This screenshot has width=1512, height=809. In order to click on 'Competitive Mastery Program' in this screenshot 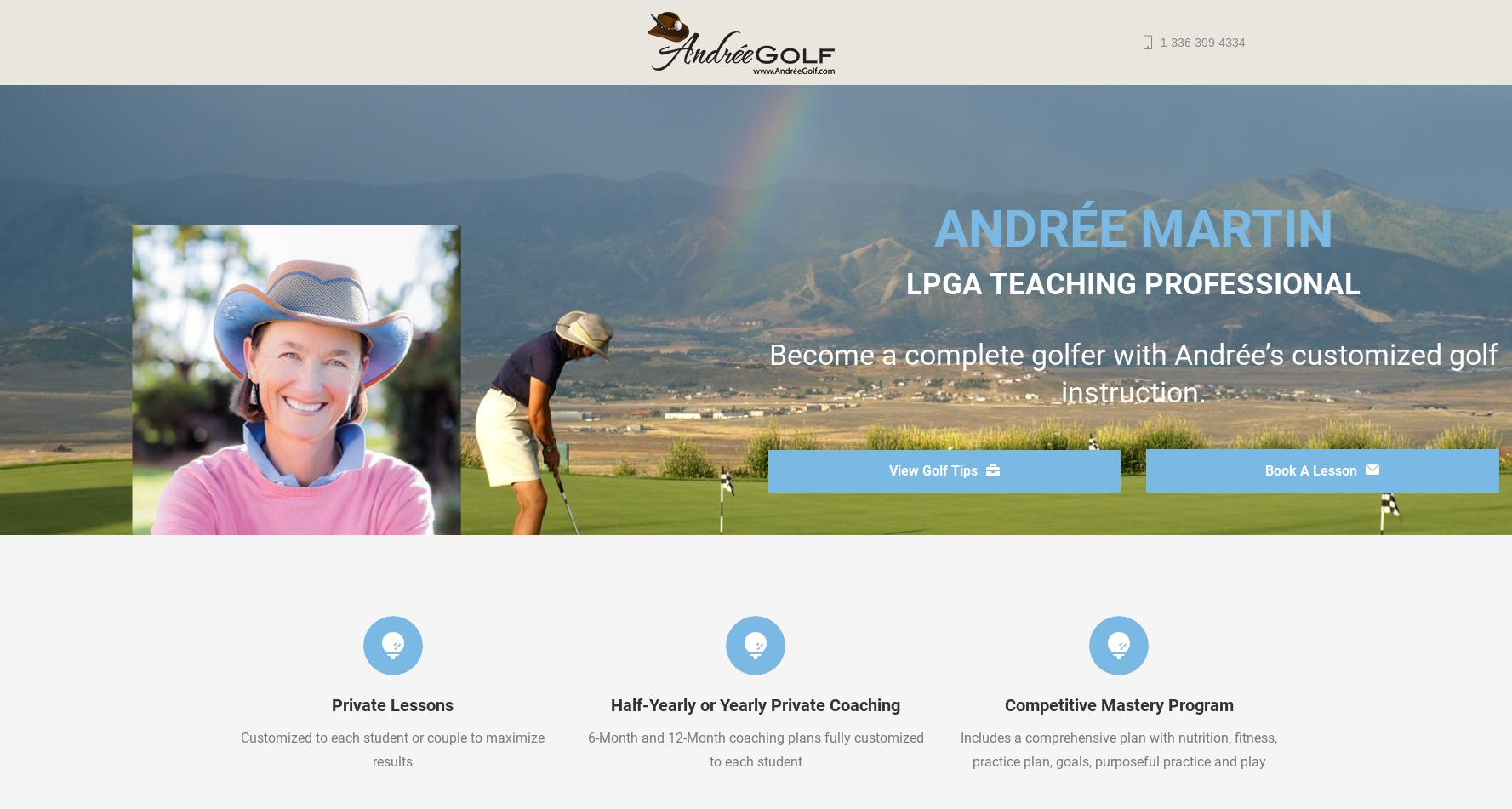, I will do `click(1003, 704)`.